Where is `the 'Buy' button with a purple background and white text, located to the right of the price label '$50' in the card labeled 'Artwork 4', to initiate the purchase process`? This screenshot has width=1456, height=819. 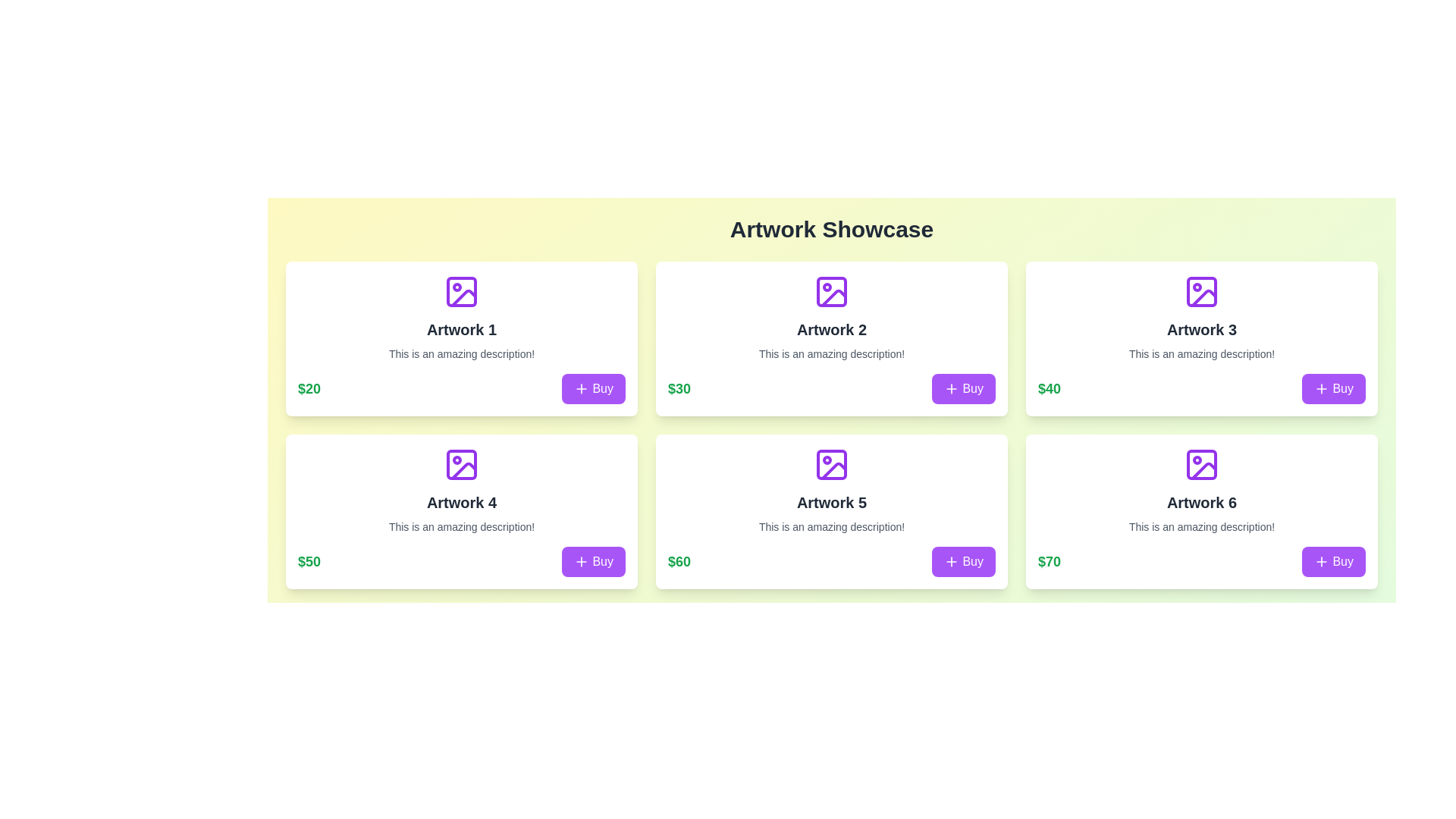 the 'Buy' button with a purple background and white text, located to the right of the price label '$50' in the card labeled 'Artwork 4', to initiate the purchase process is located at coordinates (593, 561).